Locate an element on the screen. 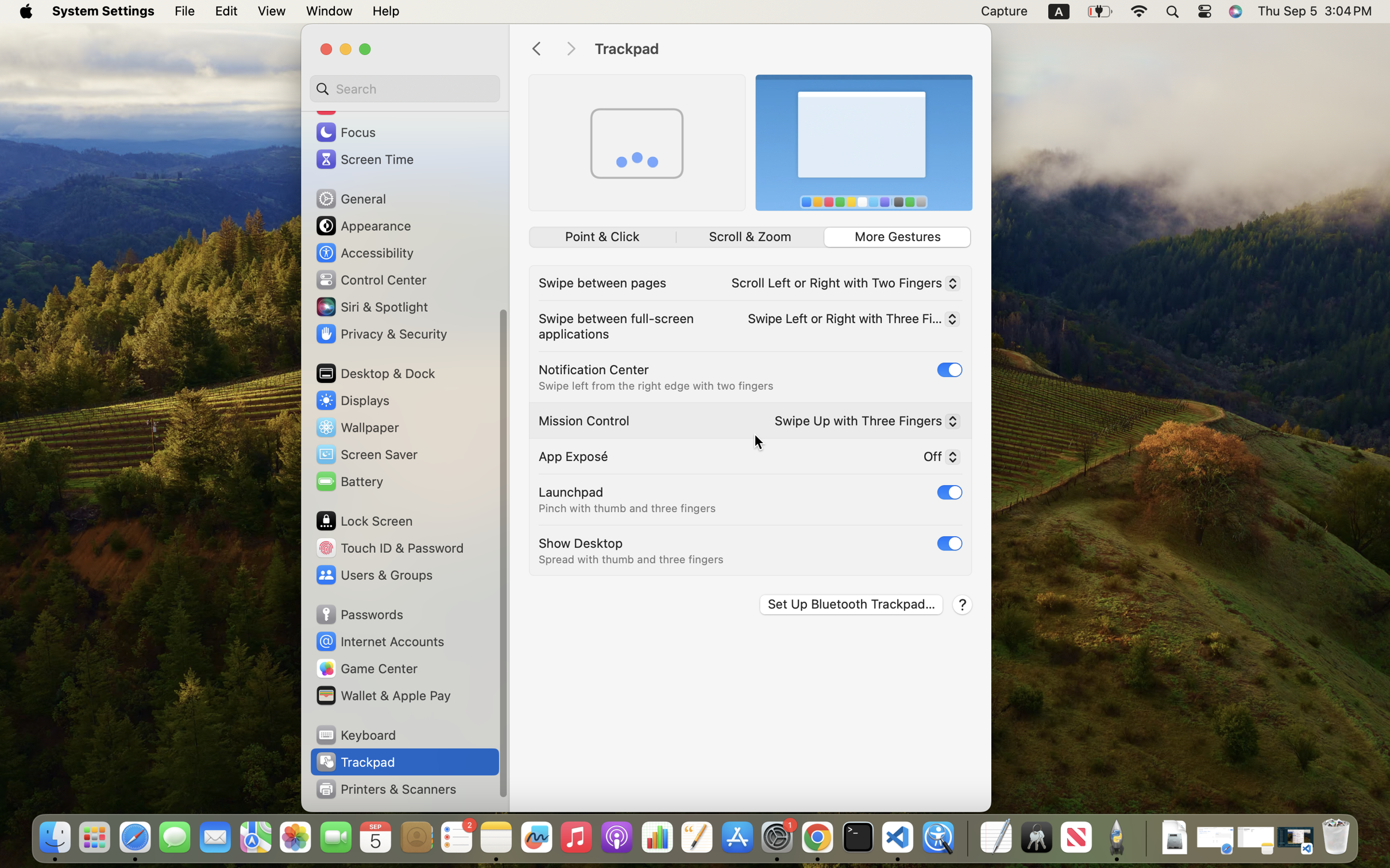 The width and height of the screenshot is (1390, 868). '<AXUIElement 0x179d501d0> {pid=3099}' is located at coordinates (750, 237).